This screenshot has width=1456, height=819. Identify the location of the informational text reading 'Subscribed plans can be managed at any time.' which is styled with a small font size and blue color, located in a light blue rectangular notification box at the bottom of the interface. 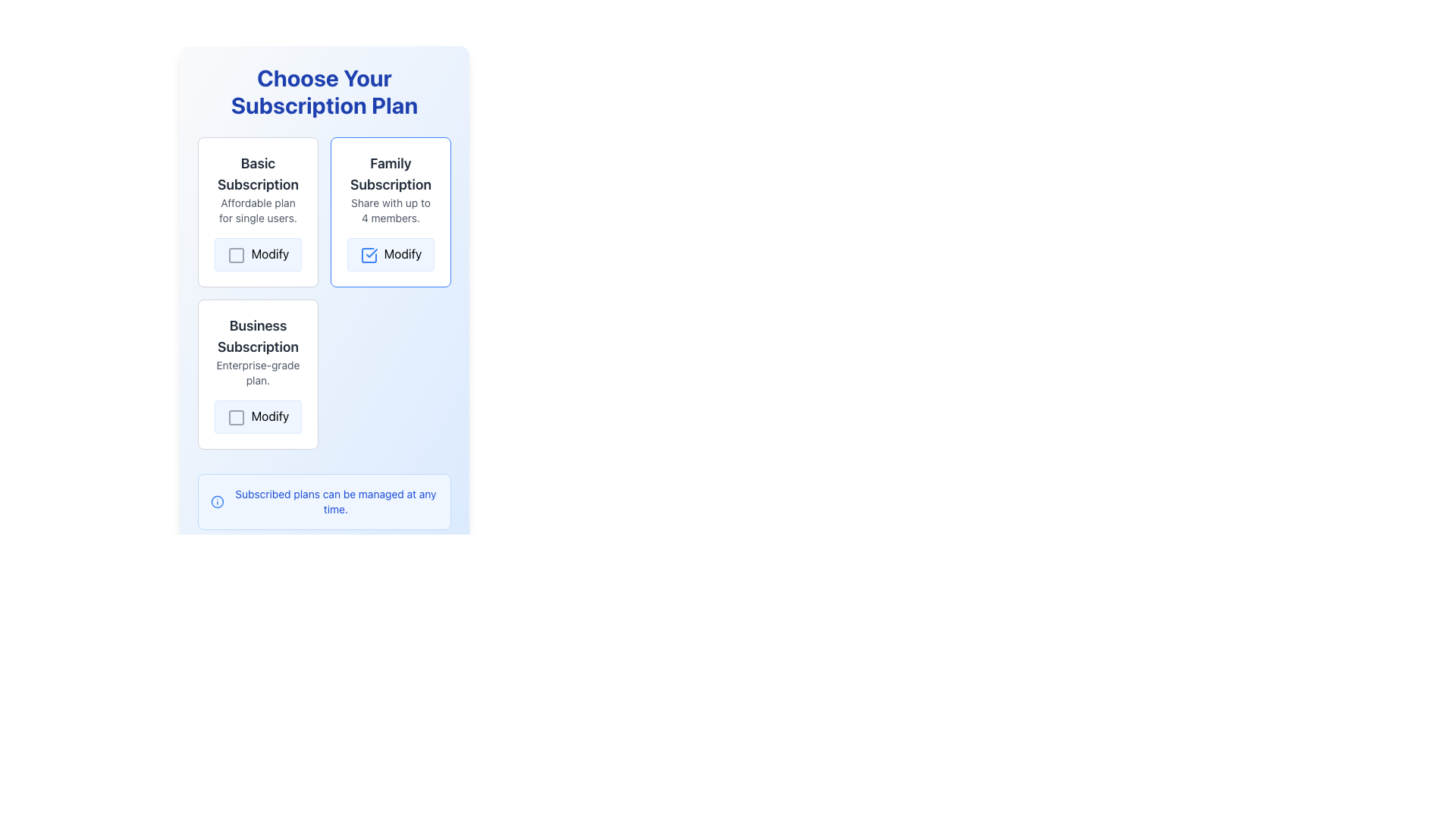
(334, 501).